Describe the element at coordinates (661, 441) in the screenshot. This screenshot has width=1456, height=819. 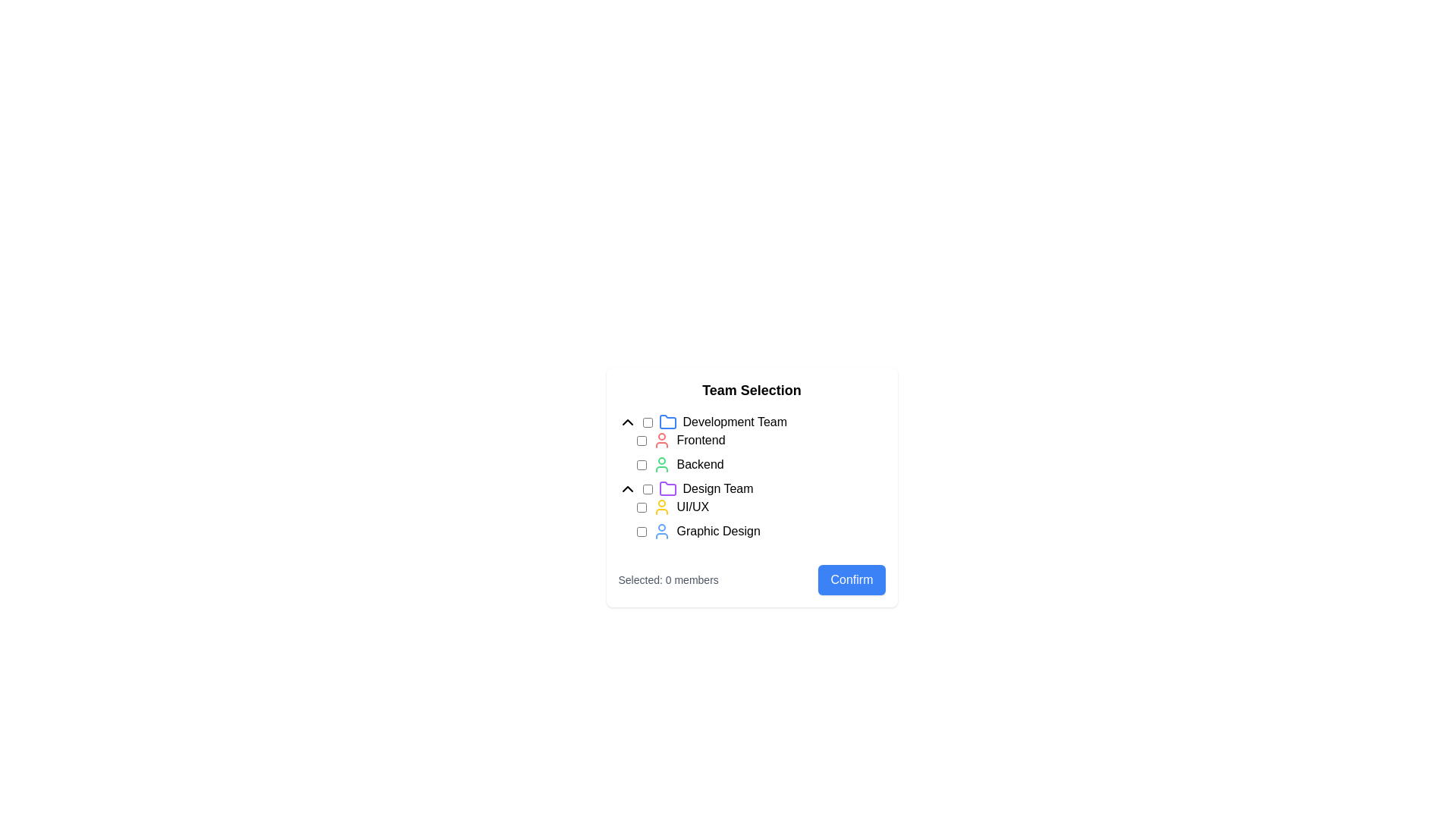
I see `the user silhouette icon, which is styled in red and represents a user profile, located between a checkbox and the text 'Frontend'` at that location.